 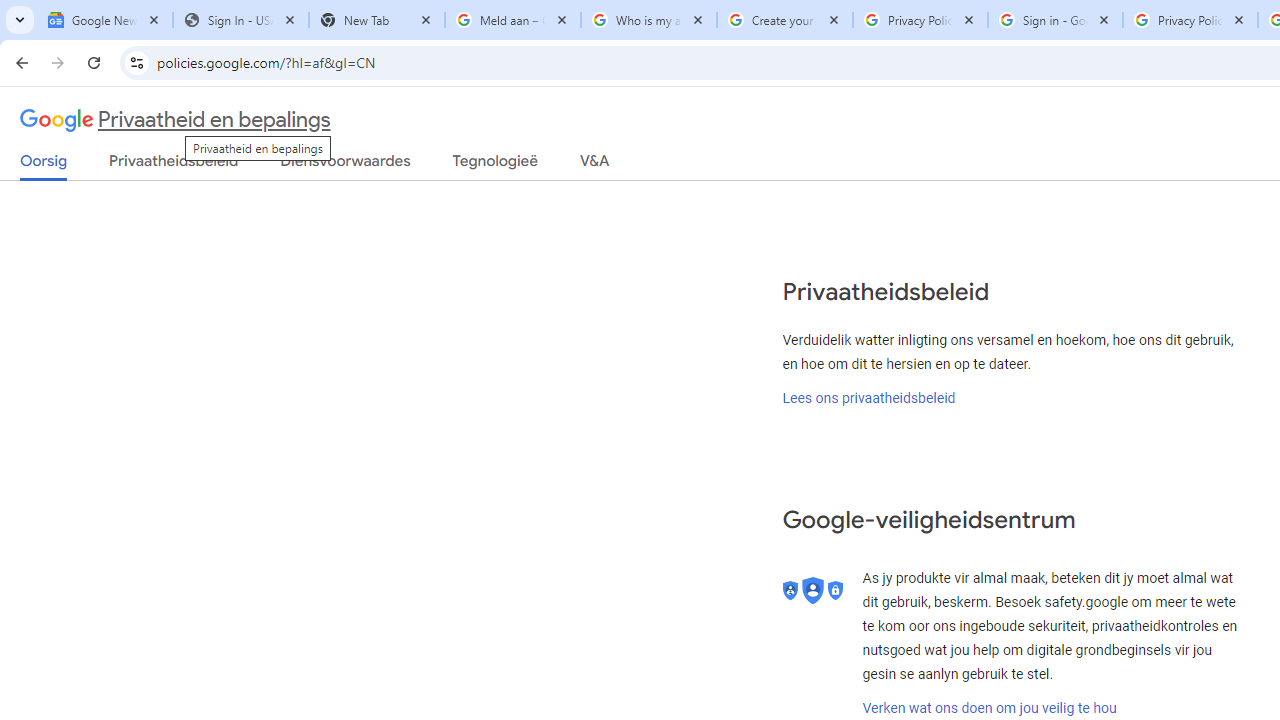 What do you see at coordinates (1054, 20) in the screenshot?
I see `'Sign in - Google Accounts'` at bounding box center [1054, 20].